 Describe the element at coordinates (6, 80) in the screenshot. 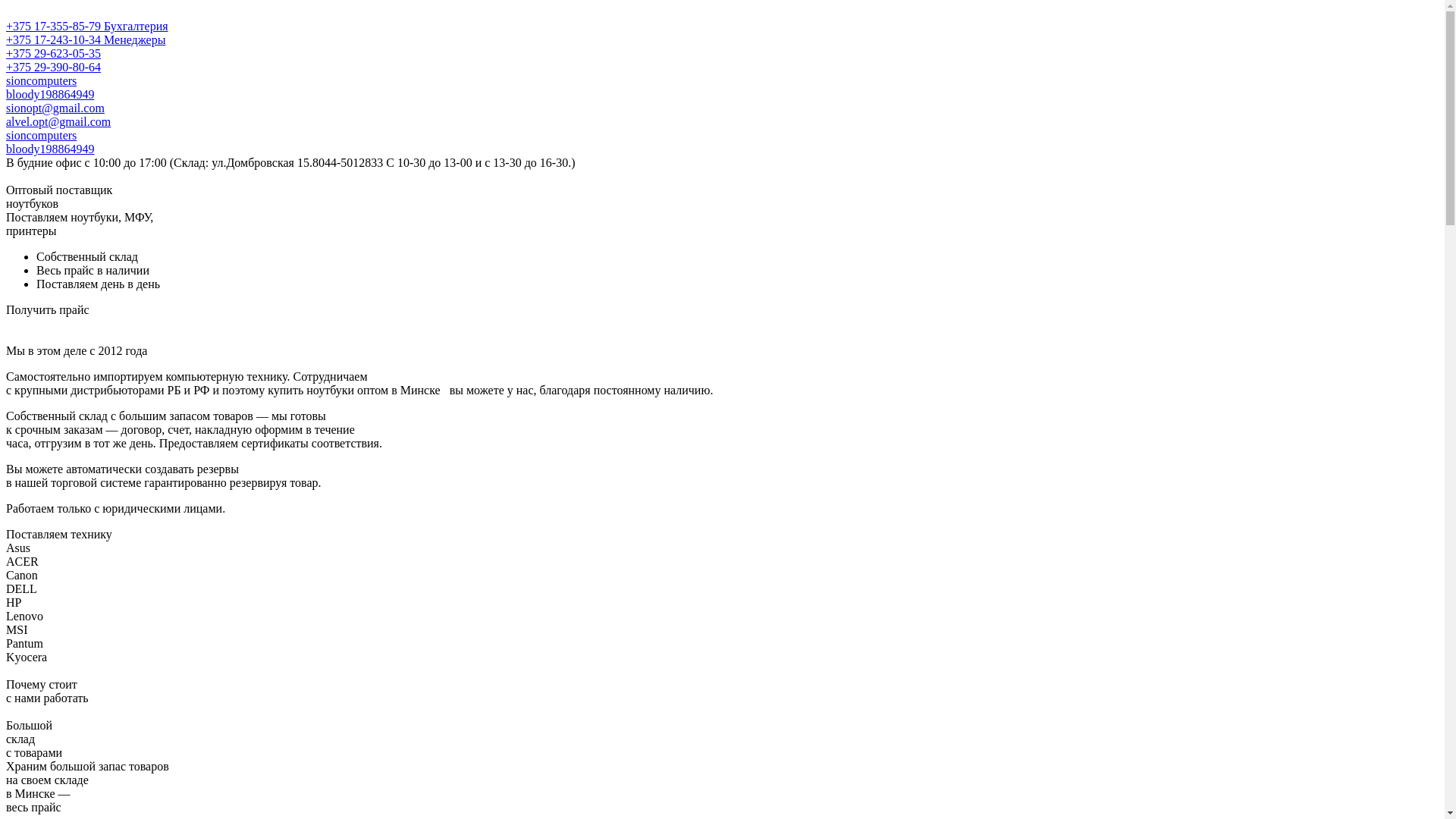

I see `'sioncomputers'` at that location.